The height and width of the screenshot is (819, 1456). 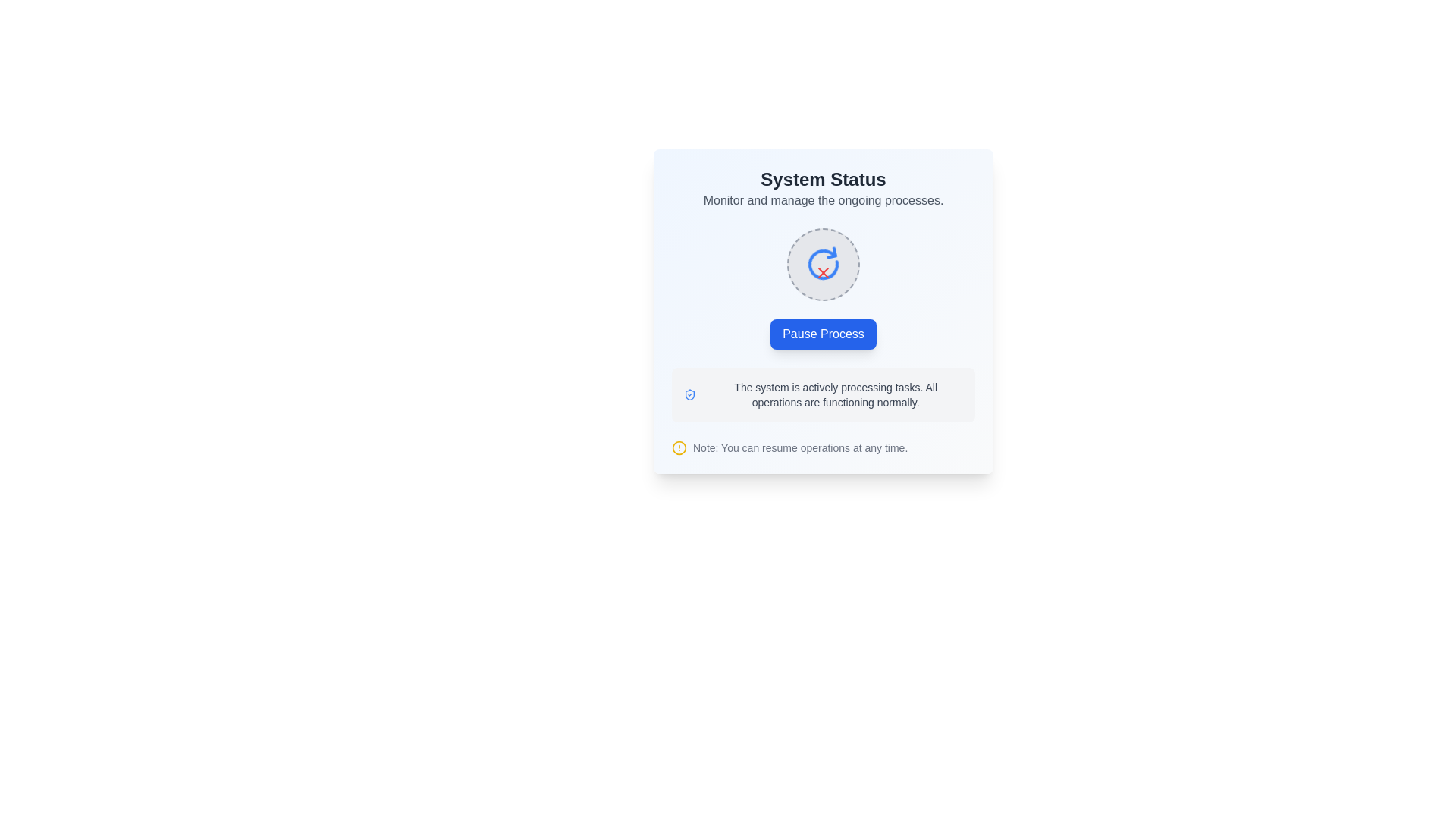 What do you see at coordinates (822, 263) in the screenshot?
I see `the animation of the inner 'X' mark within the rotation icon which represents the status of the process, located near the center of the interface above the 'Pause Process' button` at bounding box center [822, 263].